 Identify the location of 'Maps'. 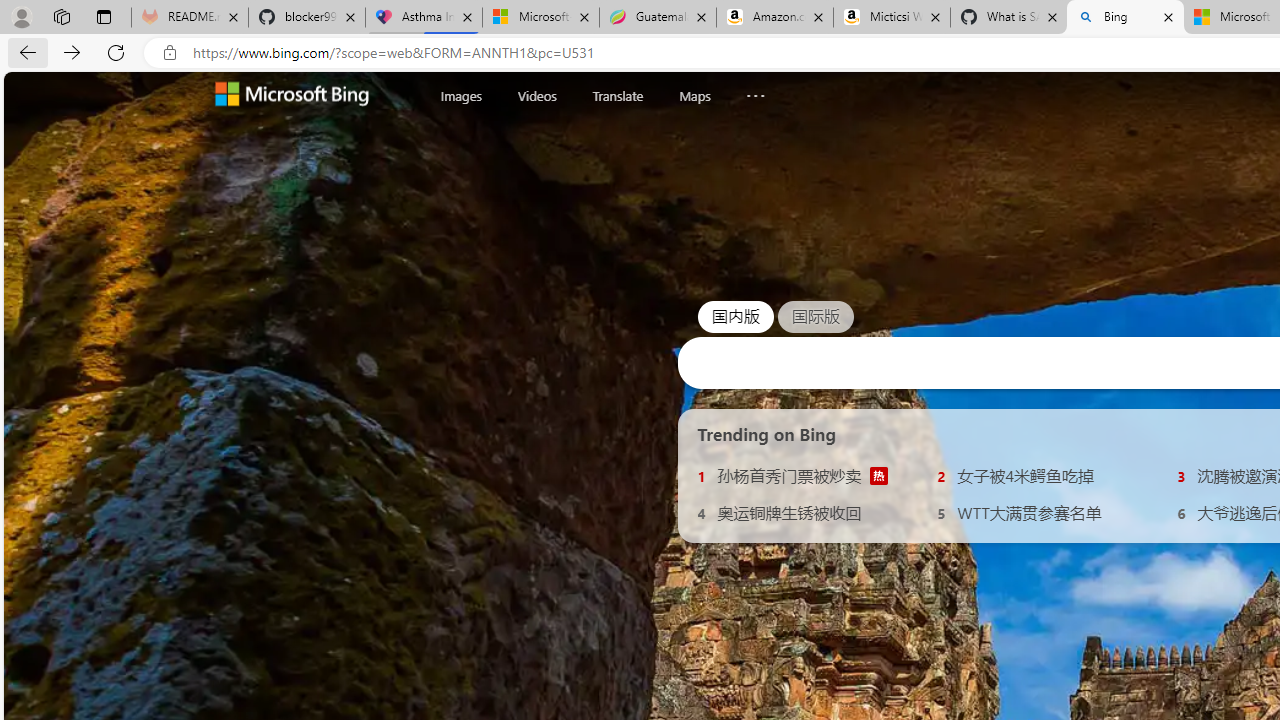
(694, 95).